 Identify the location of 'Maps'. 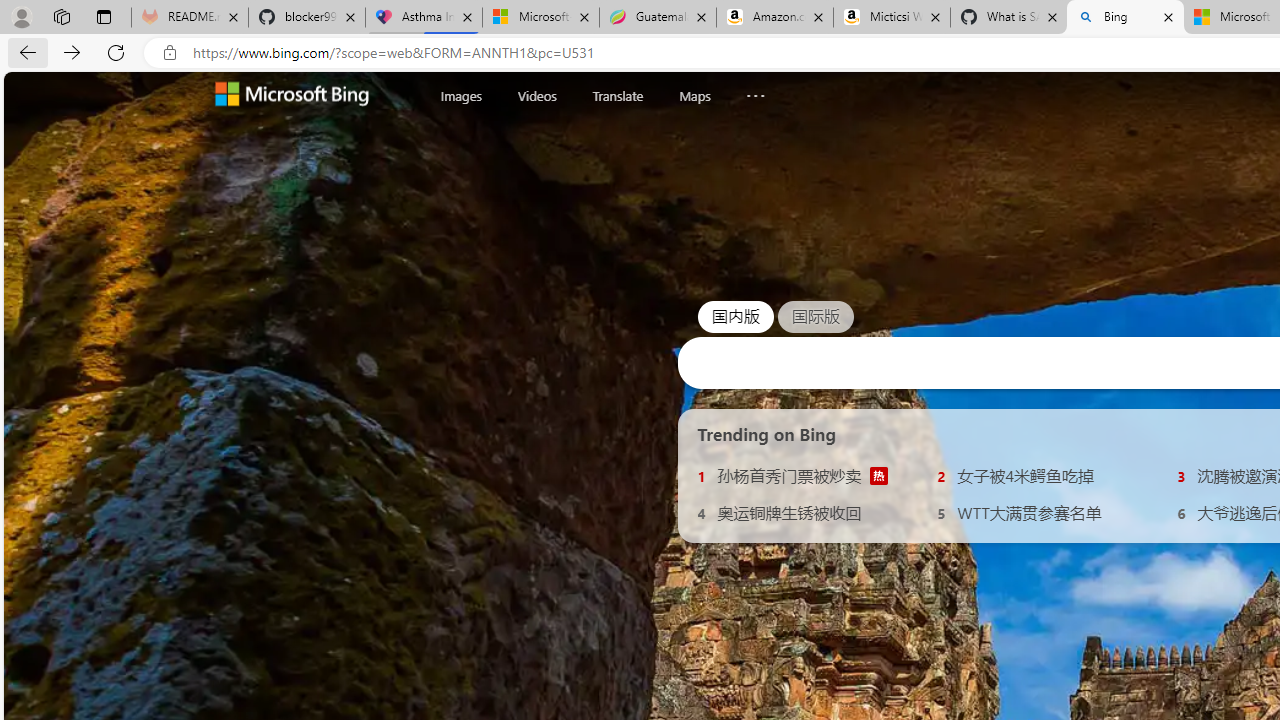
(694, 95).